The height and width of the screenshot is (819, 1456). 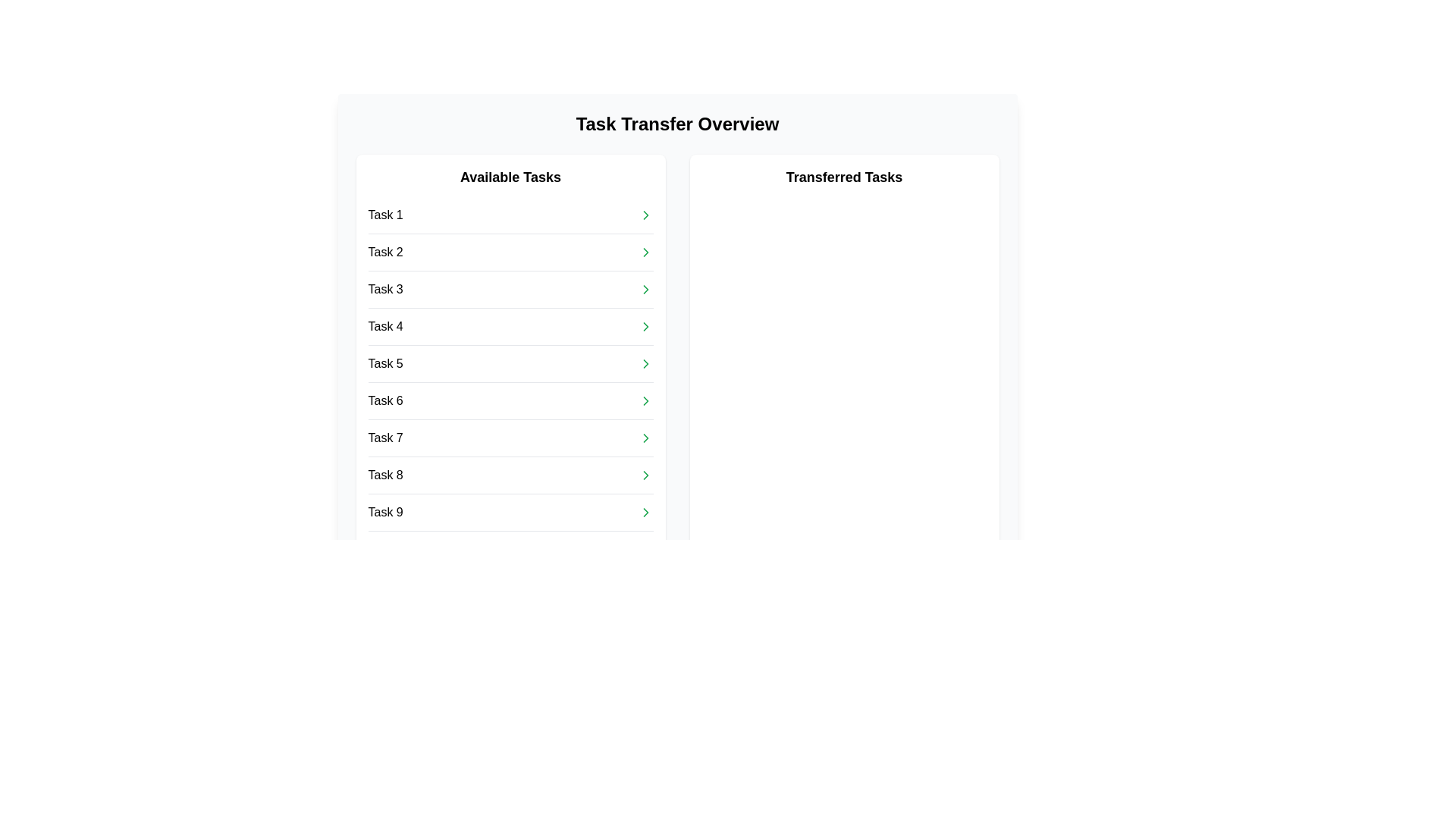 What do you see at coordinates (645, 251) in the screenshot?
I see `the green chevron-shaped icon located to the far right of the text 'Task 2' in the second row of the 'Available Tasks' section to transfer the task` at bounding box center [645, 251].